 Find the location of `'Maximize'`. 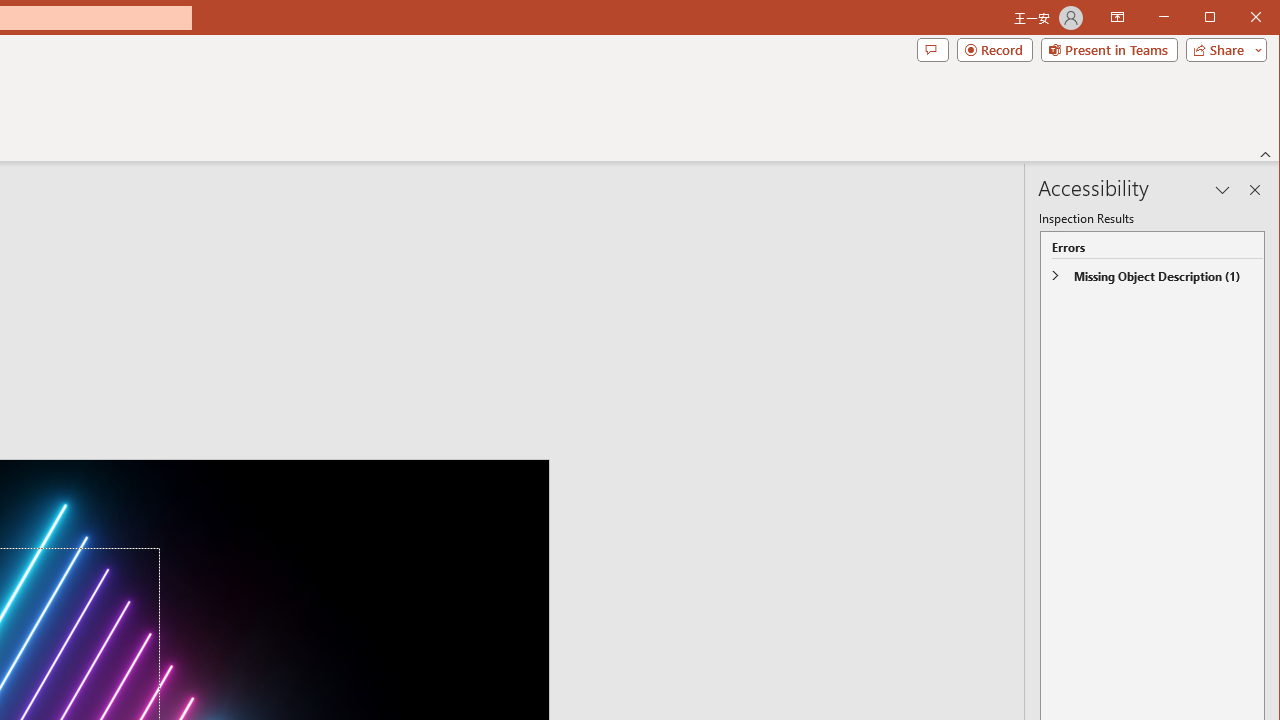

'Maximize' is located at coordinates (1238, 19).